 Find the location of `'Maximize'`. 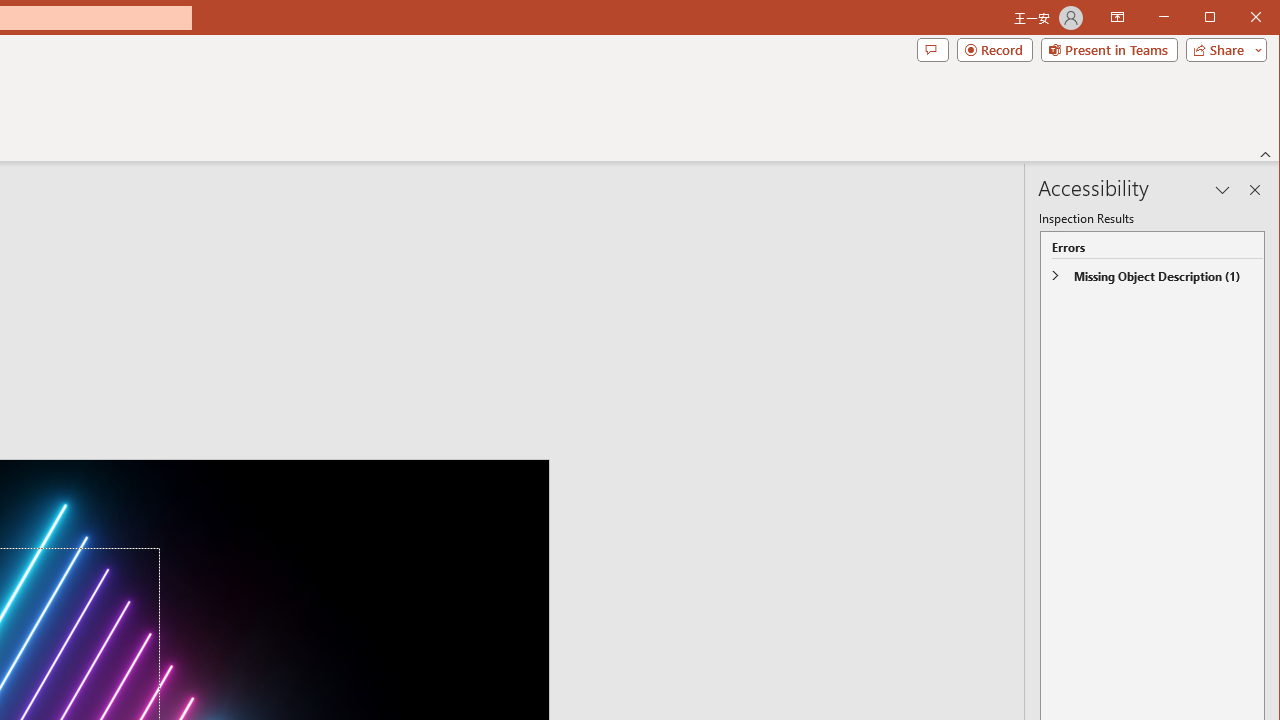

'Maximize' is located at coordinates (1238, 19).